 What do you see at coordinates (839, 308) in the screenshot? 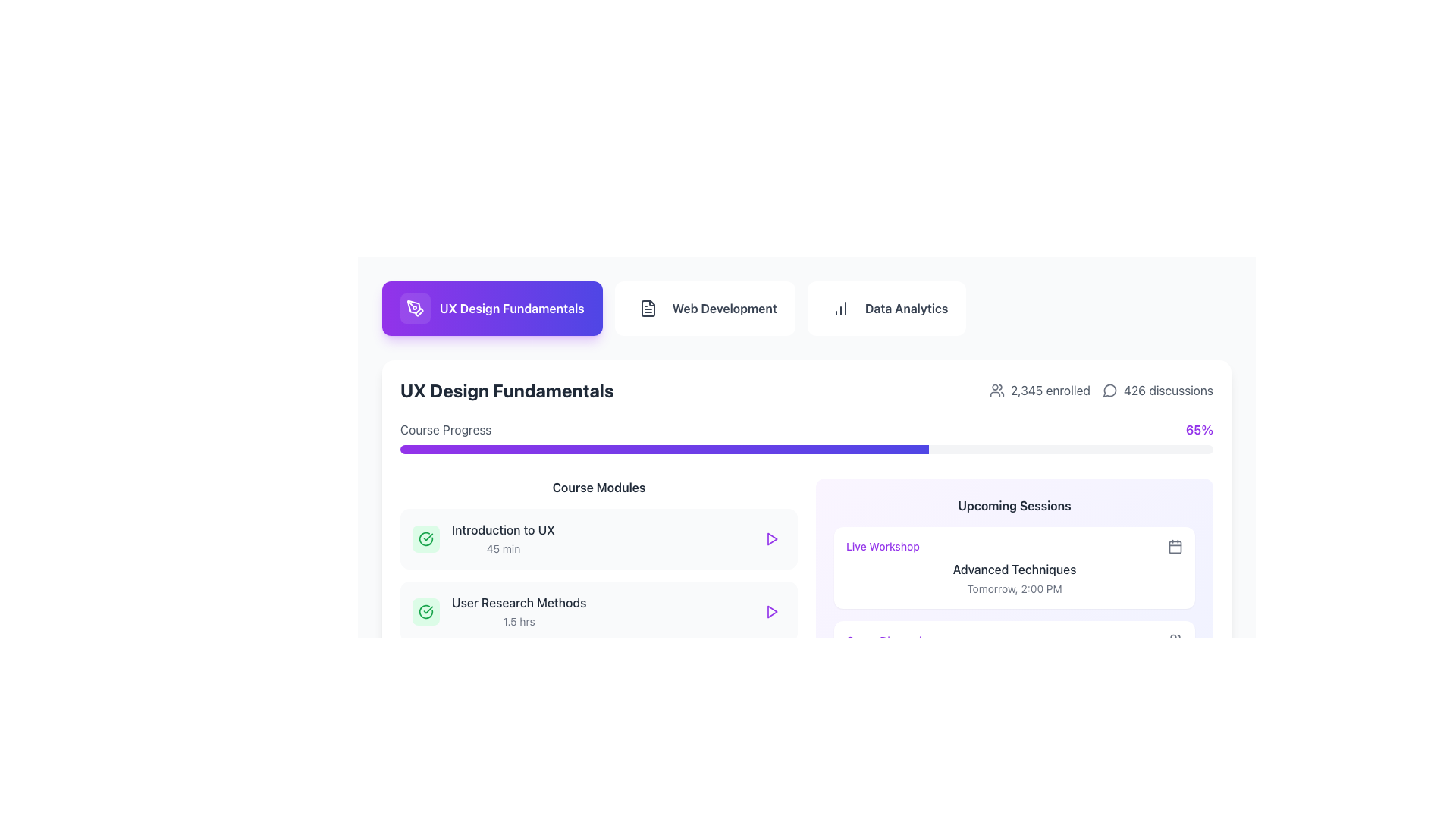
I see `the vertical bar chart icon, which is a small icon with three vertical bars of varying heights arranged in ascending order` at bounding box center [839, 308].